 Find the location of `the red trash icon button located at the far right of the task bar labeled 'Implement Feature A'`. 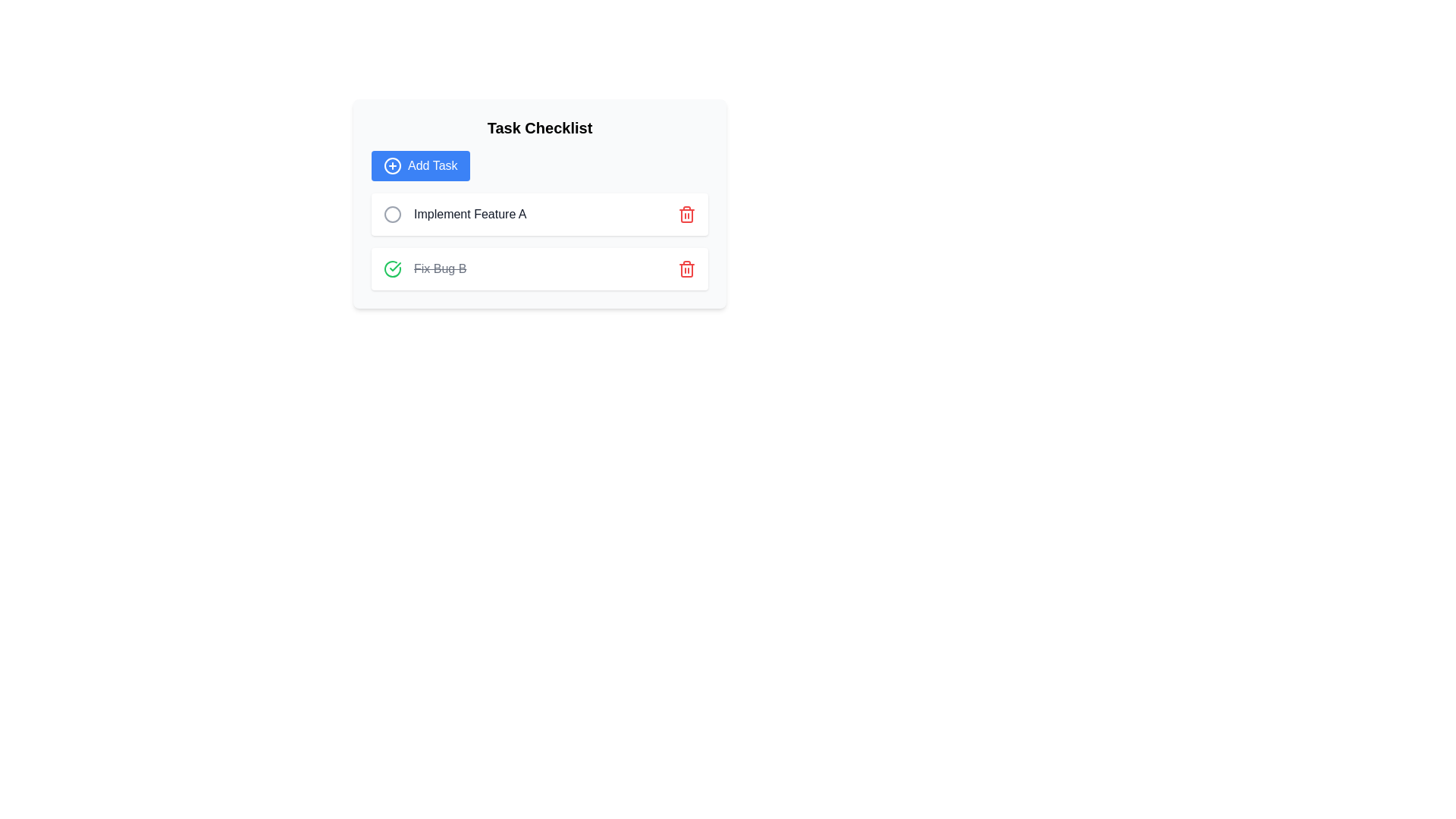

the red trash icon button located at the far right of the task bar labeled 'Implement Feature A' is located at coordinates (686, 214).